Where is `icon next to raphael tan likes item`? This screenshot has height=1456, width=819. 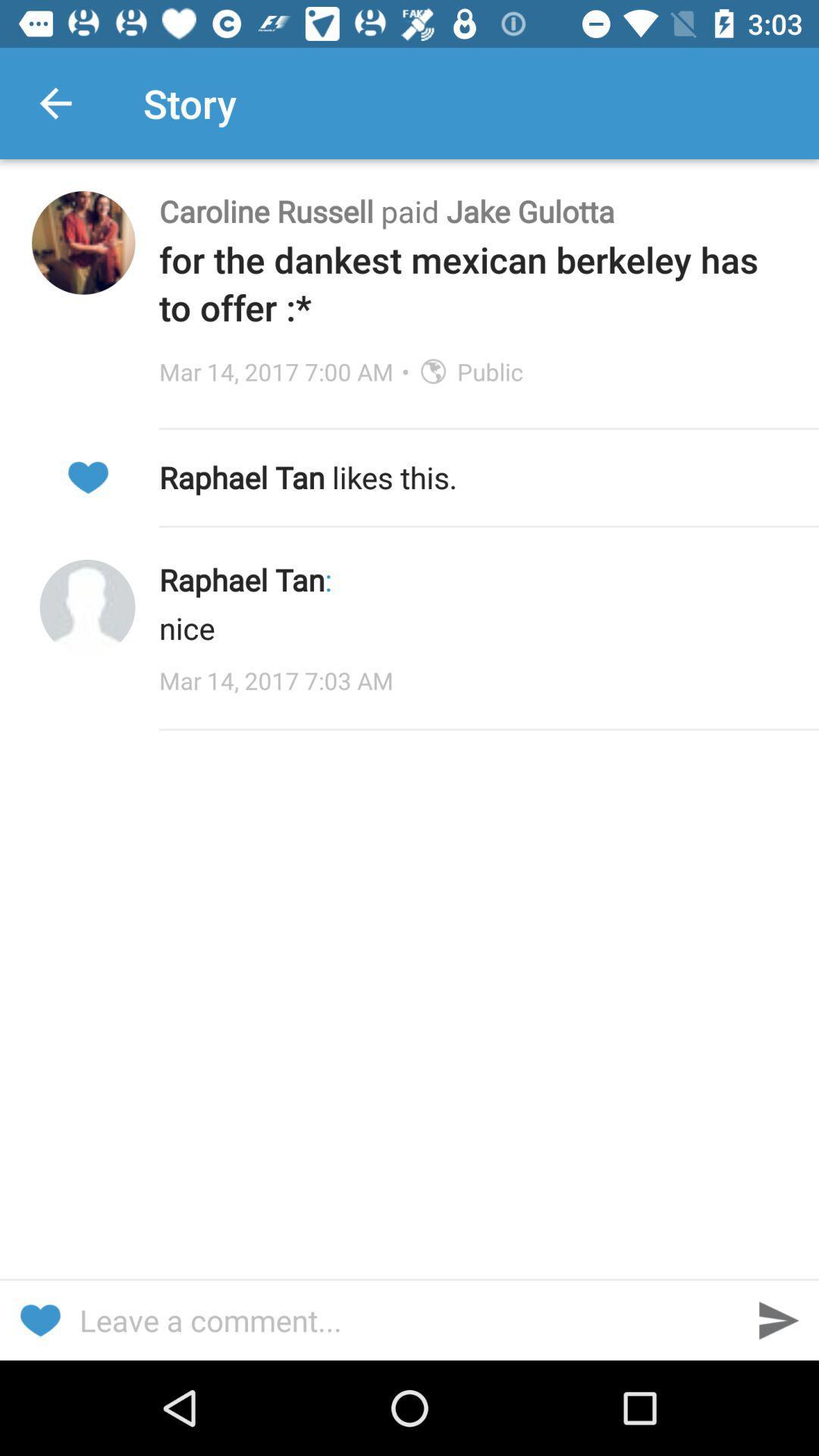
icon next to raphael tan likes item is located at coordinates (87, 476).